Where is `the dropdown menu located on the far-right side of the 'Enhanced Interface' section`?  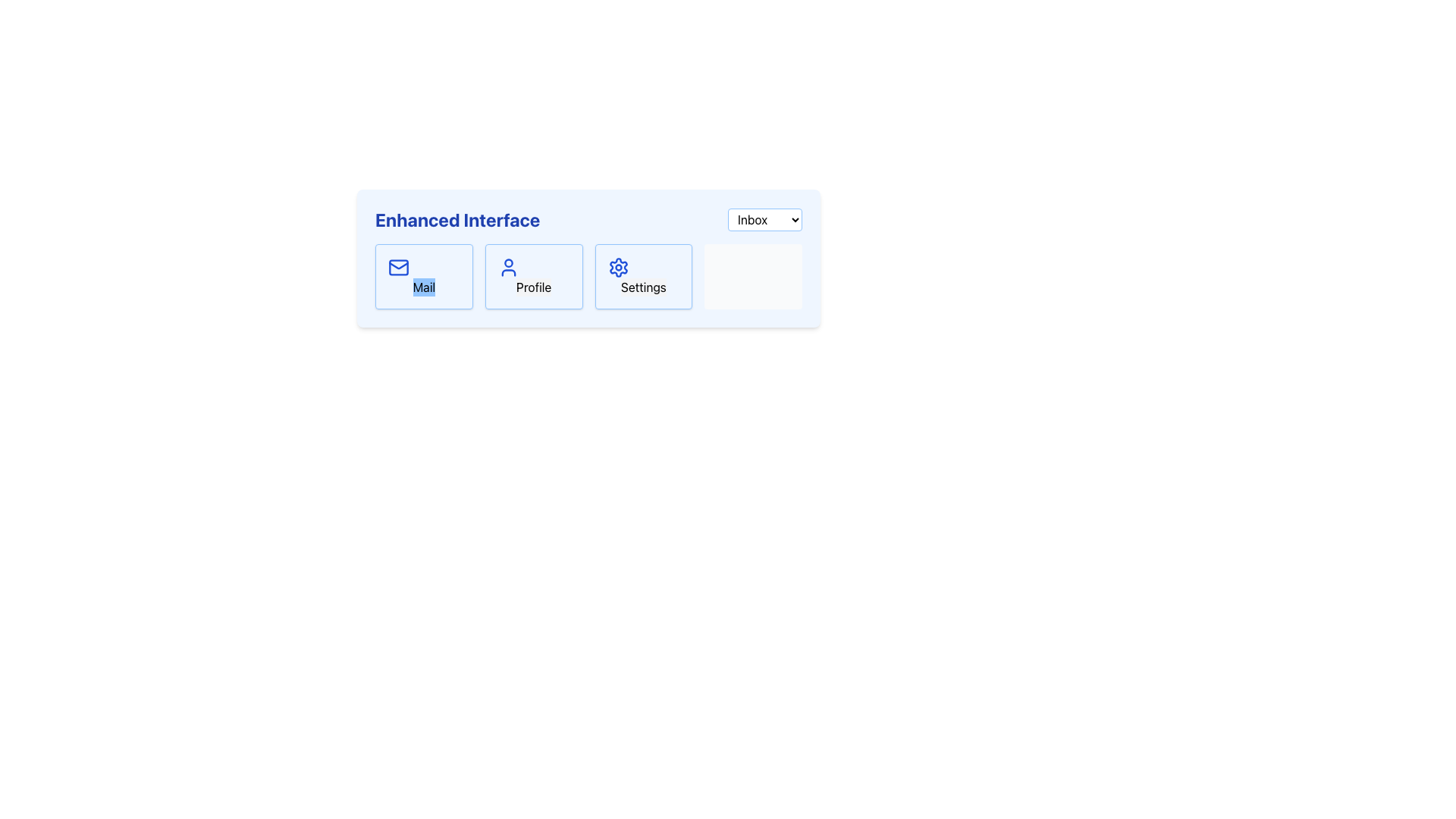 the dropdown menu located on the far-right side of the 'Enhanced Interface' section is located at coordinates (764, 219).